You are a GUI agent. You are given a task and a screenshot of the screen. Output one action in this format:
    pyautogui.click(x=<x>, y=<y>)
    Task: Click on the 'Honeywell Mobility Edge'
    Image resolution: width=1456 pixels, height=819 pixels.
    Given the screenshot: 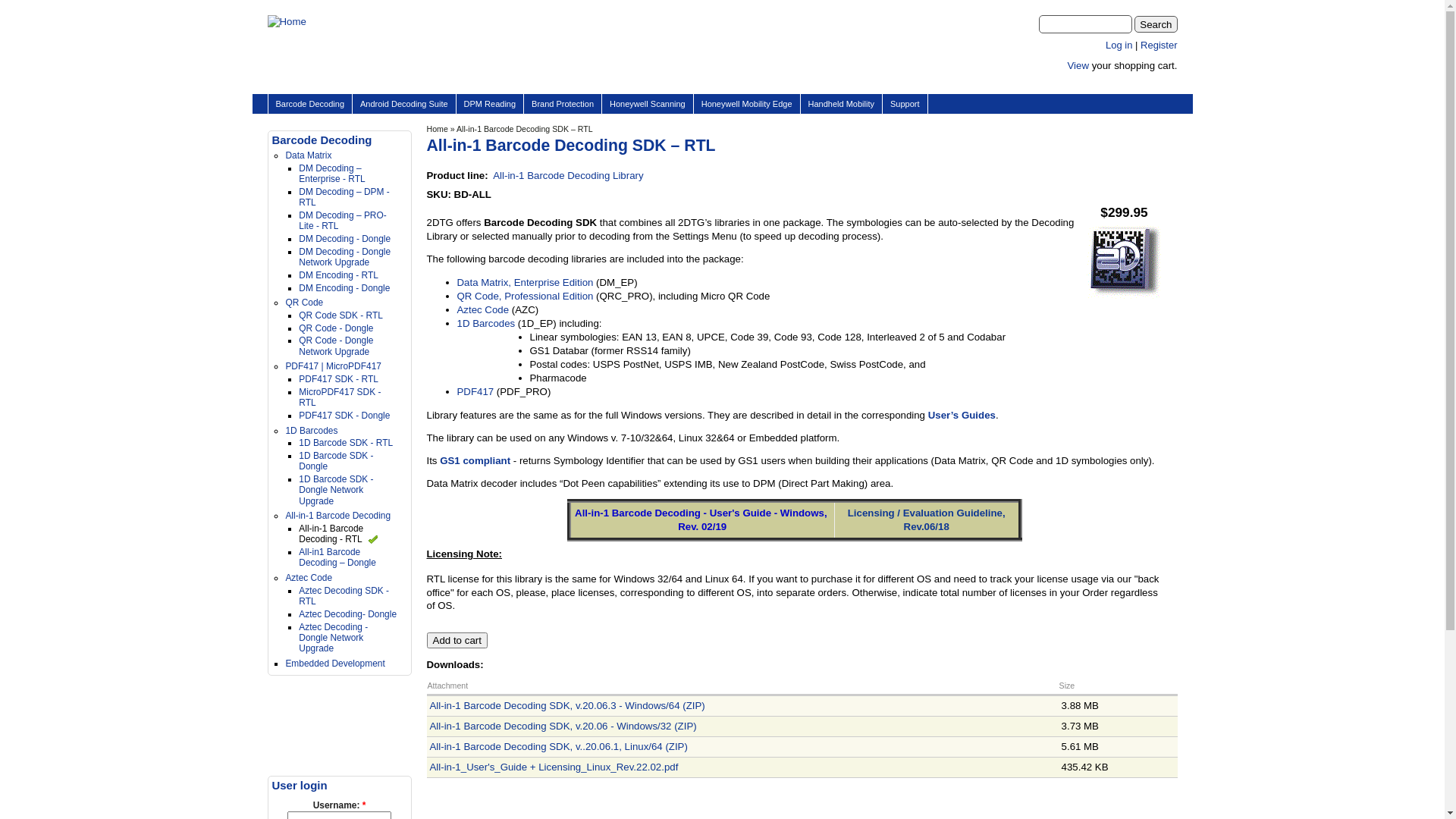 What is the action you would take?
    pyautogui.click(x=746, y=103)
    